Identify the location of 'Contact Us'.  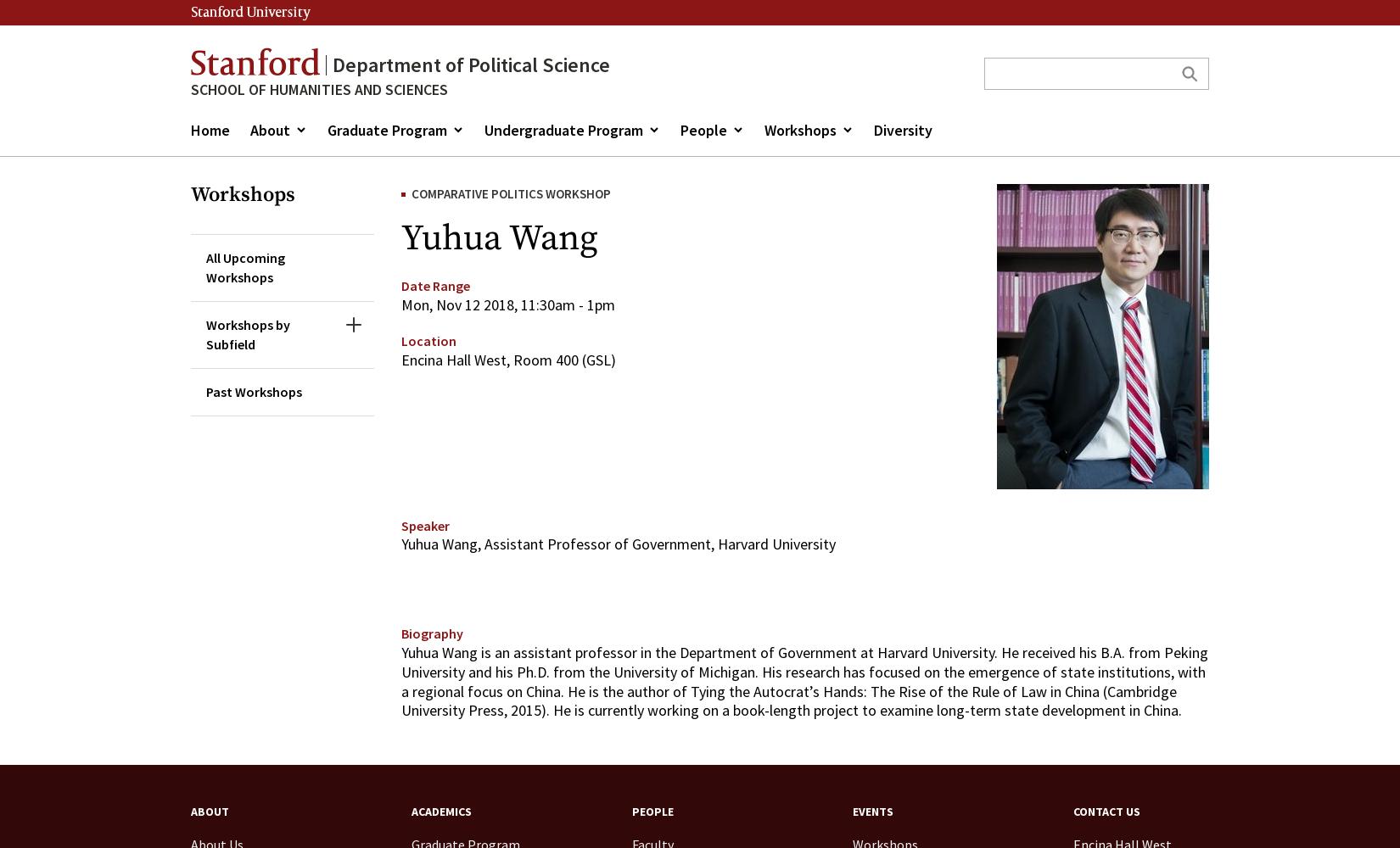
(1072, 811).